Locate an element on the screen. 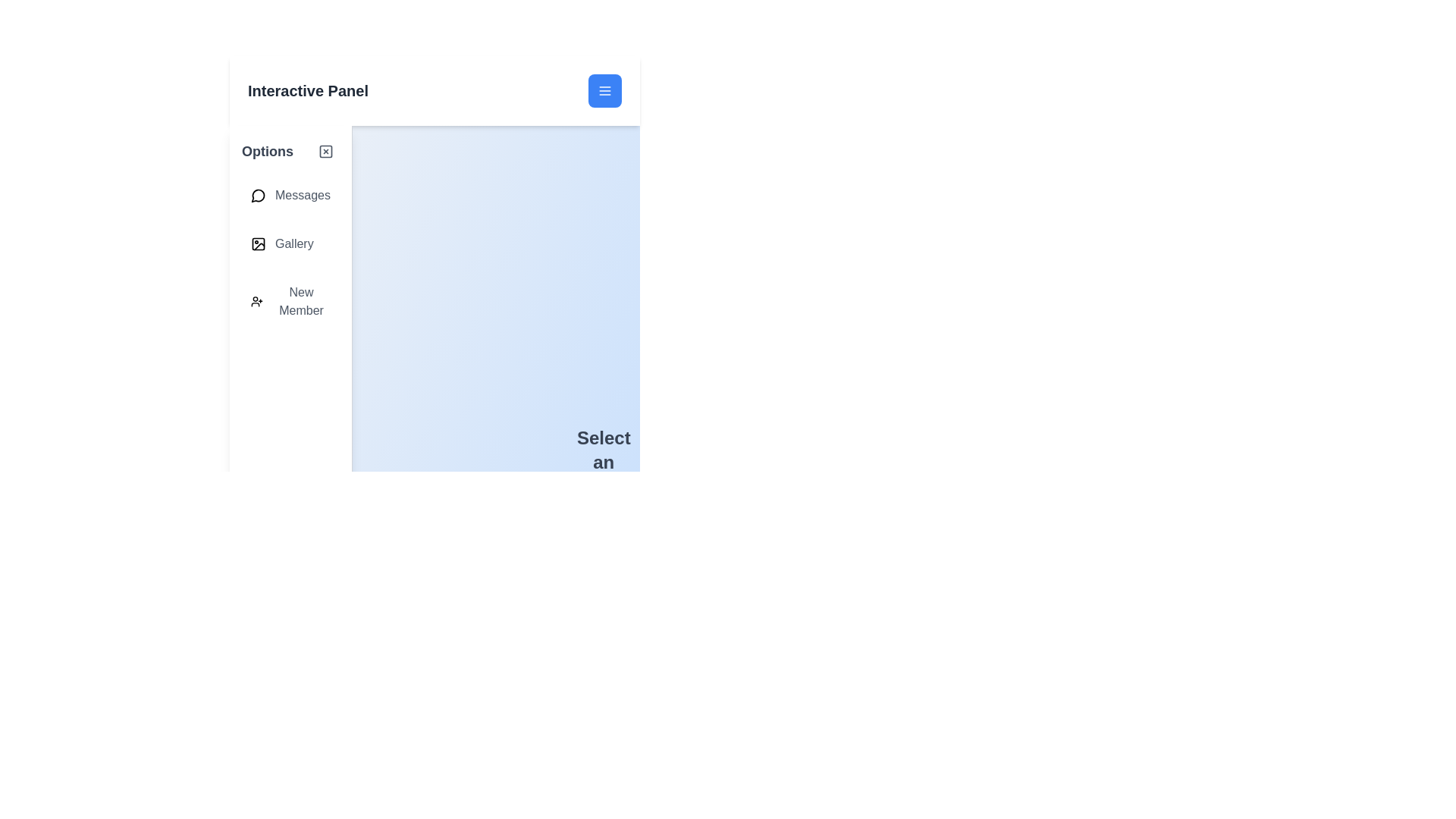  the button located in the top-right corner of the 'Interactive Panel' is located at coordinates (604, 90).